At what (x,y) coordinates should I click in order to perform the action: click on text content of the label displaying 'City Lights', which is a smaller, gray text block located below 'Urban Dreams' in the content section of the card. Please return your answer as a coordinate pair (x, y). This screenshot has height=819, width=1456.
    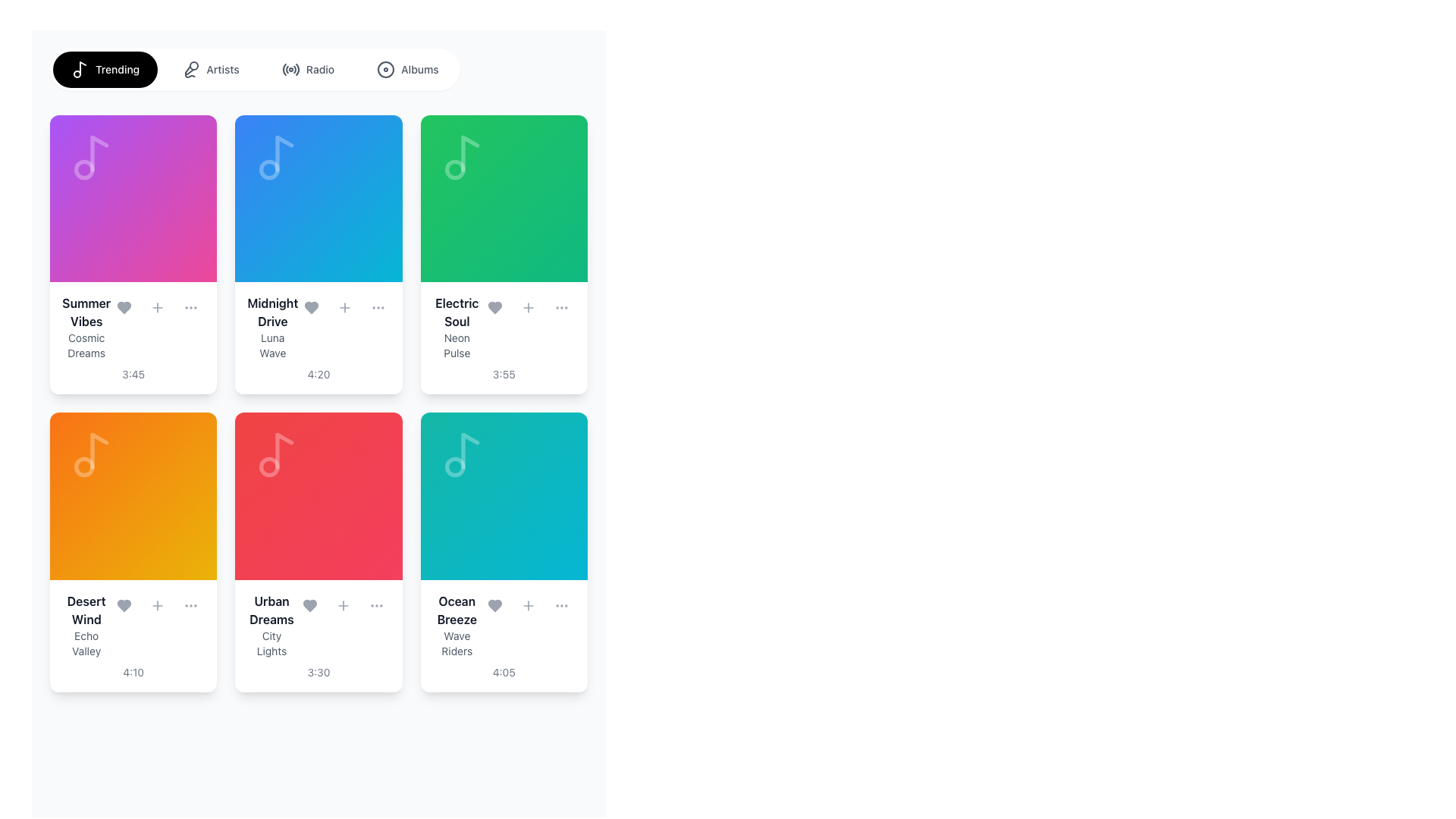
    Looking at the image, I should click on (271, 643).